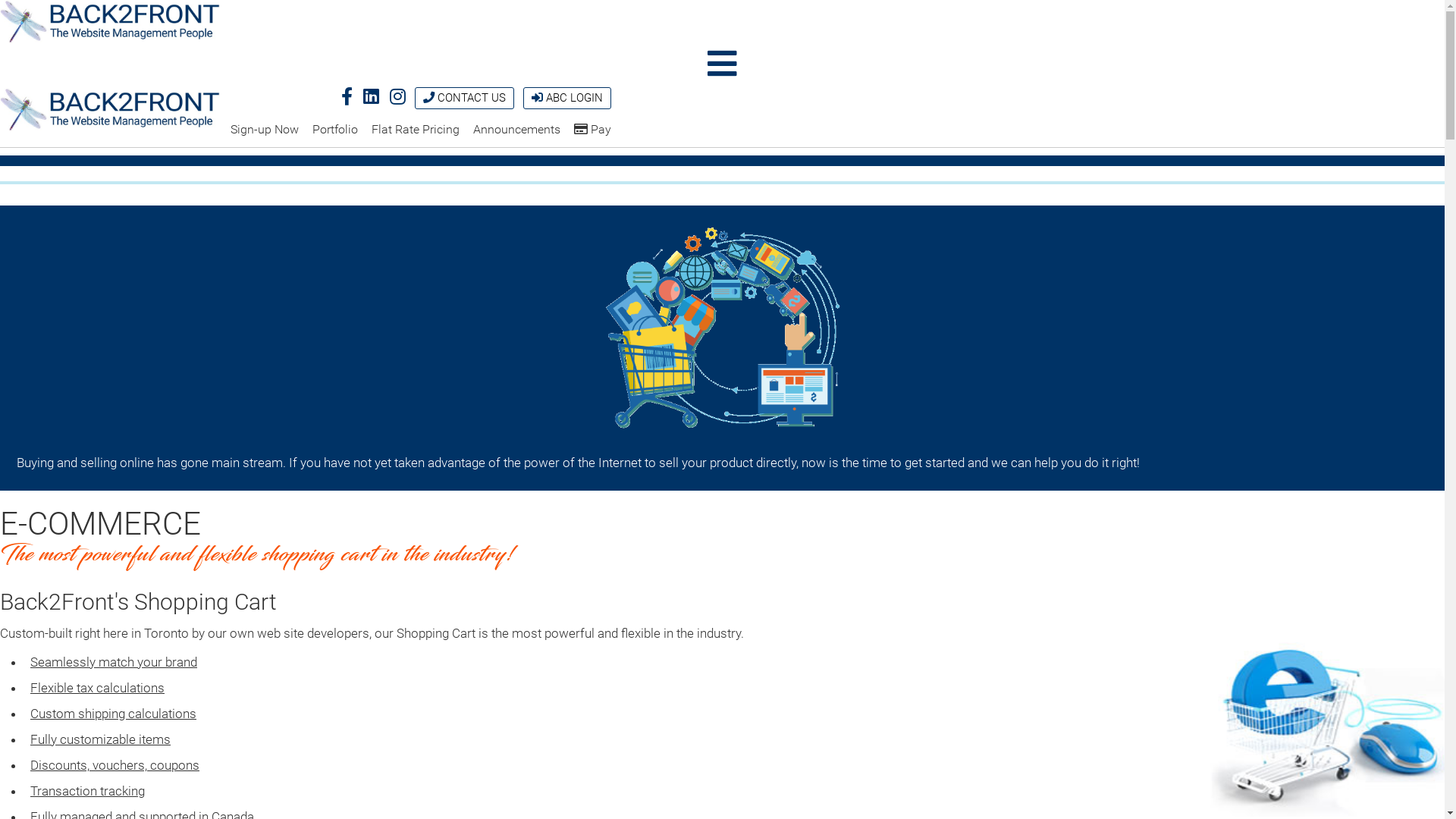 The height and width of the screenshot is (819, 1456). Describe the element at coordinates (516, 128) in the screenshot. I see `'Announcements'` at that location.